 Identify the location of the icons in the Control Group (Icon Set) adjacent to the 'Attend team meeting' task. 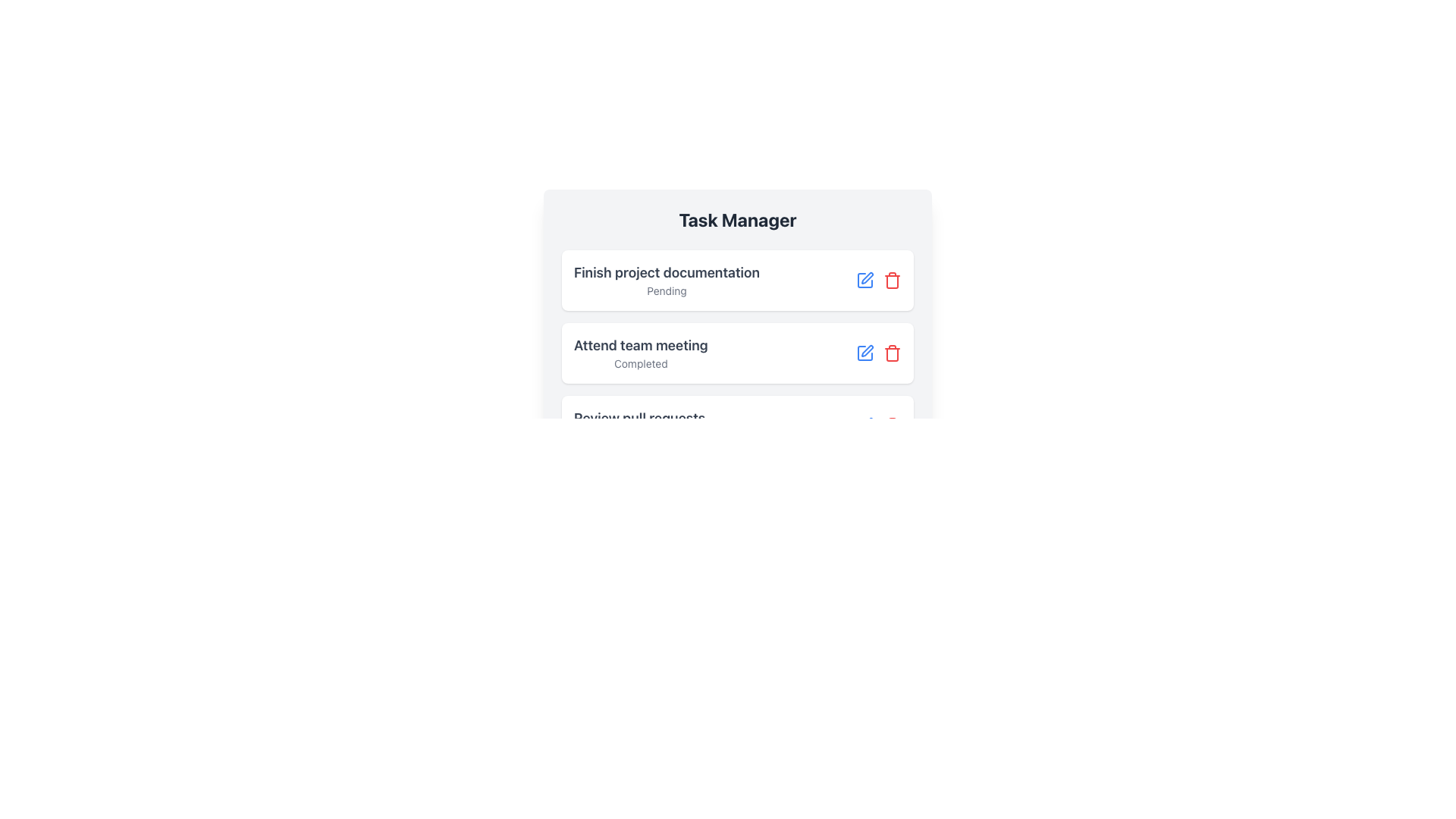
(878, 353).